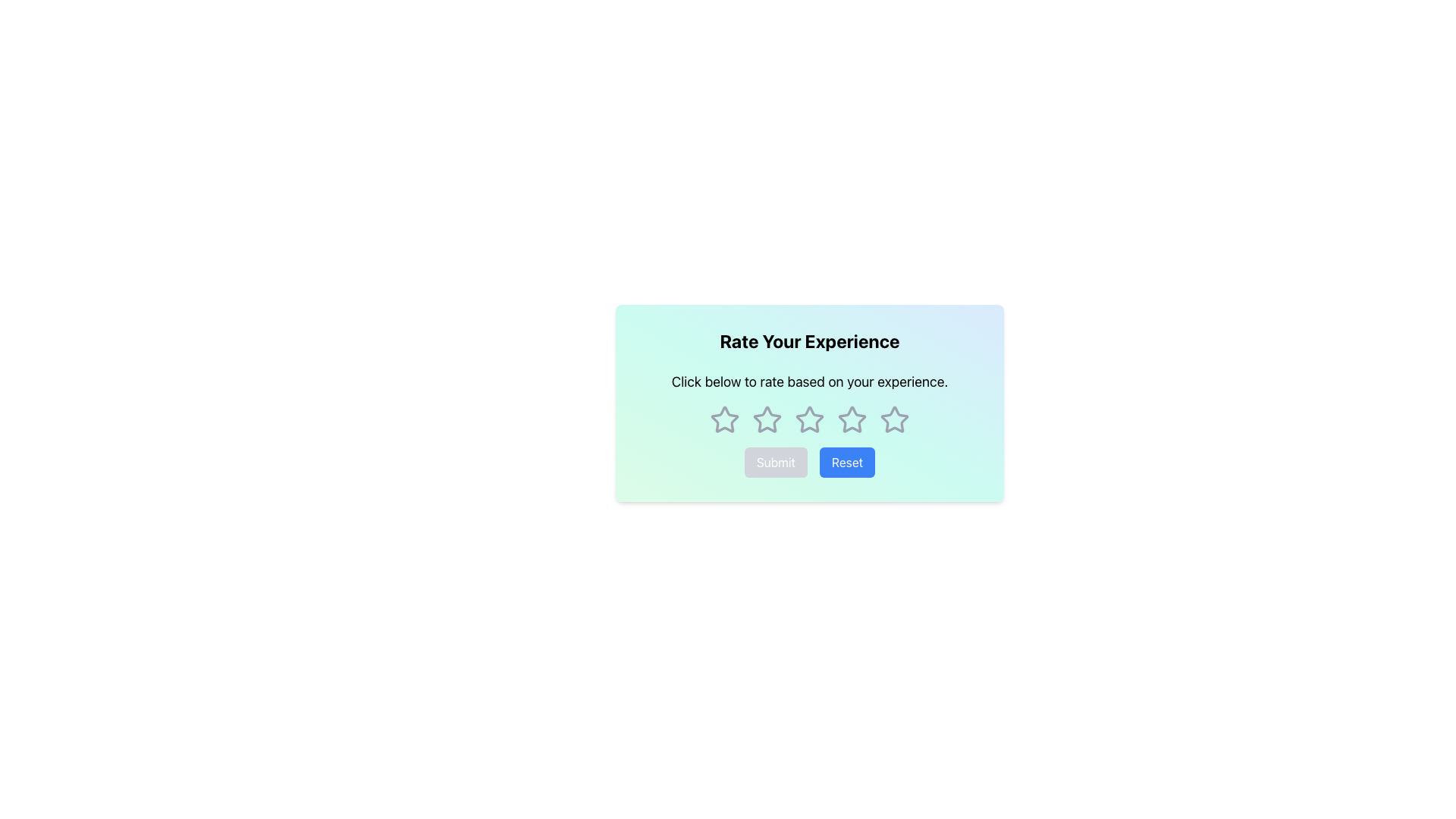 This screenshot has width=1456, height=819. Describe the element at coordinates (809, 420) in the screenshot. I see `the third star icon from the left in the horizontal row of five stars` at that location.